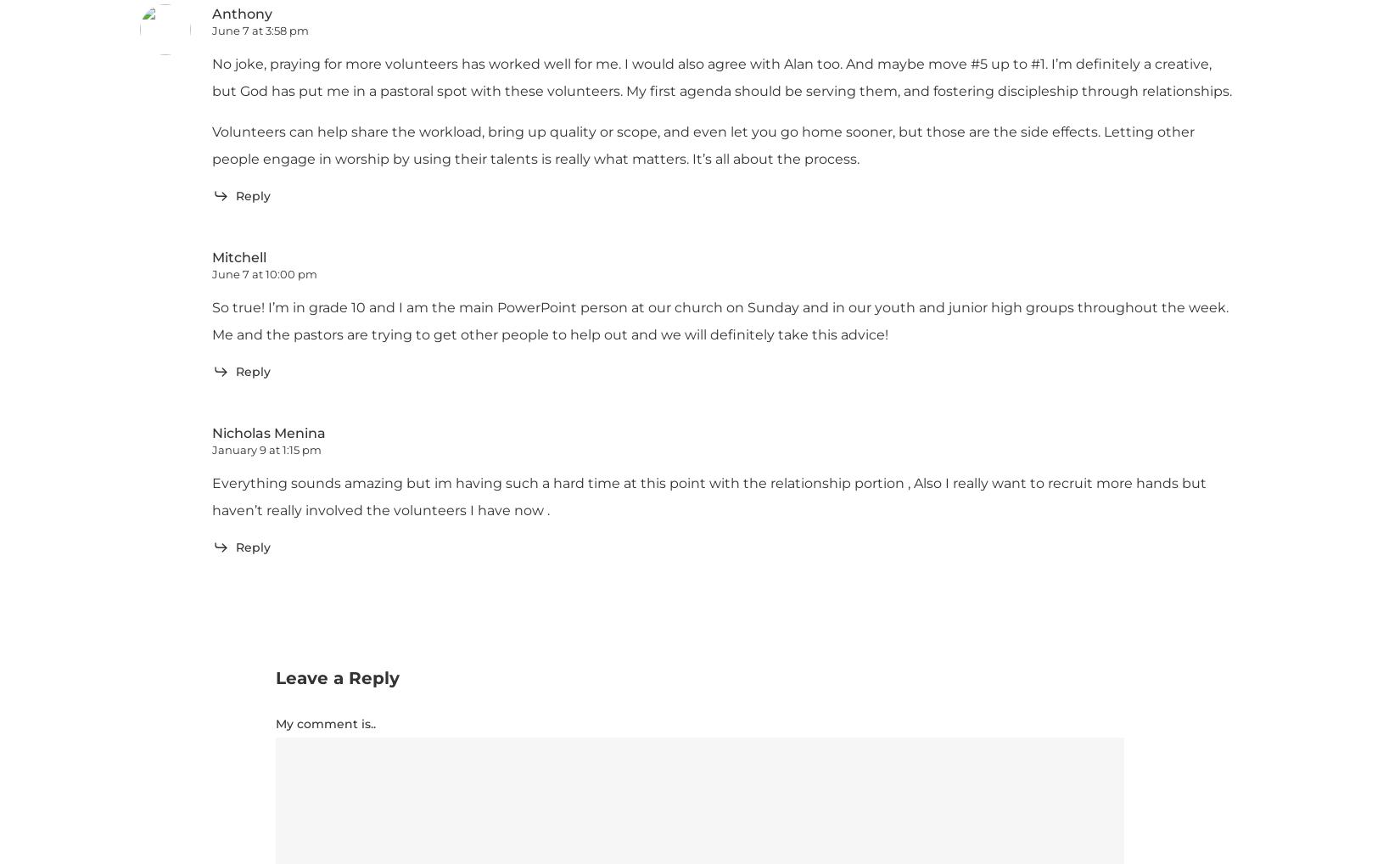 The image size is (1400, 864). I want to click on 'No joke, praying for more volunteers has worked well for me. I would also agree with Alan too. And maybe move #5 up to #1. I’m definitely a creative, but God has put me in a pastoral spot with these volunteers. My first agenda should be serving them, and fostering discipleship through relationships.', so click(211, 77).